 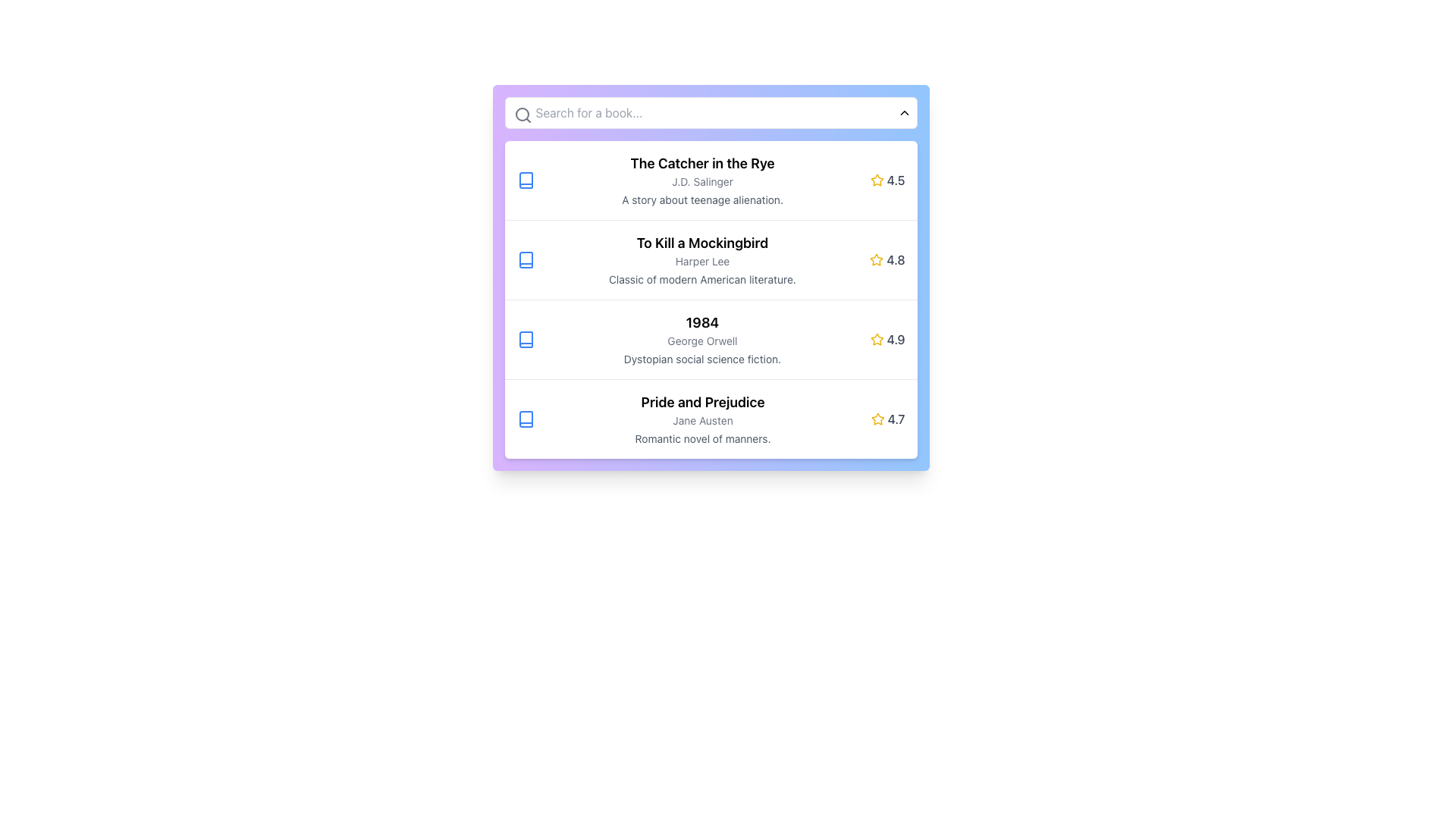 What do you see at coordinates (701, 419) in the screenshot?
I see `displayed text of the book entry in the main textual block within the fourth list item of the book list` at bounding box center [701, 419].